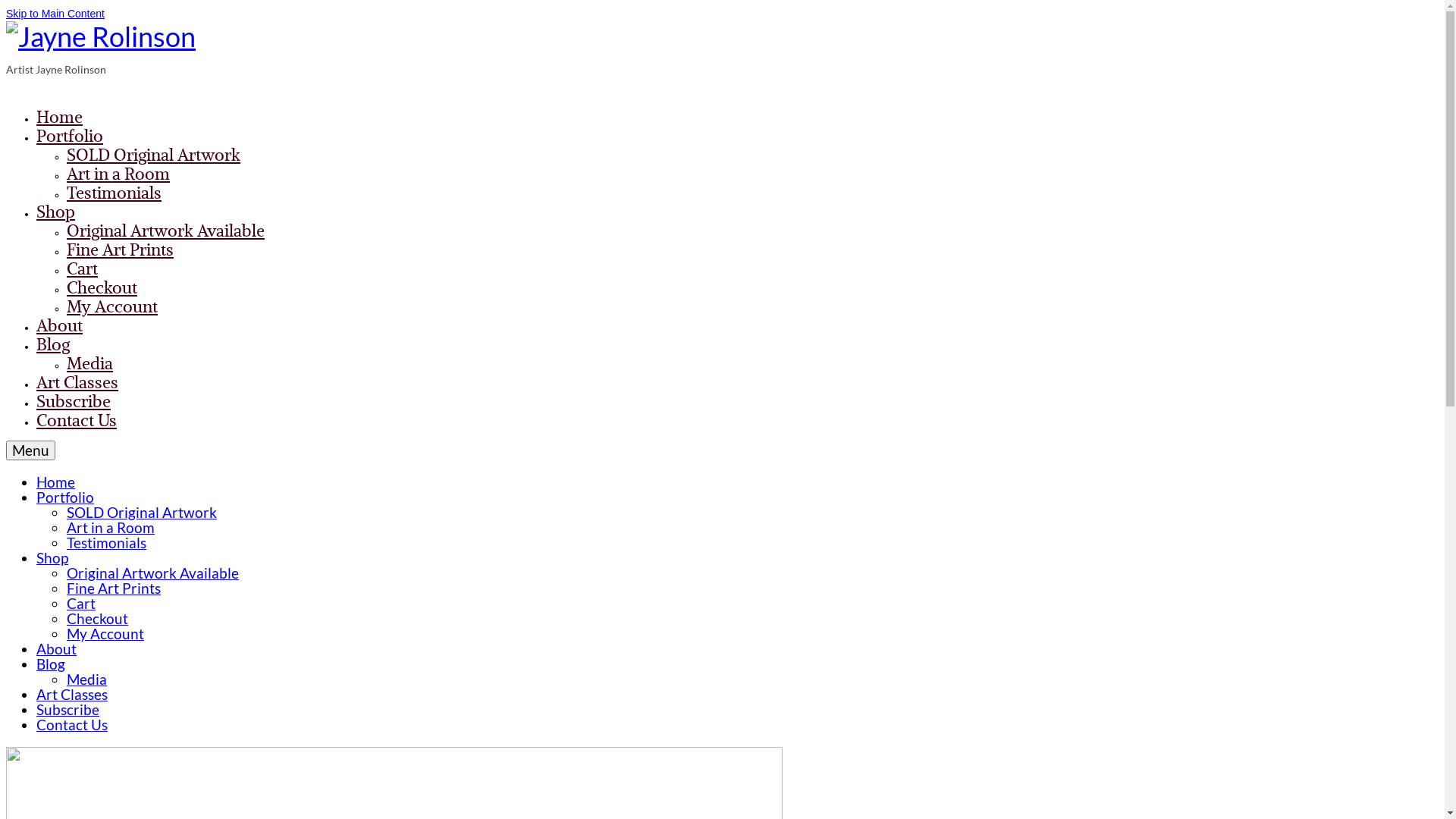 The width and height of the screenshot is (1456, 819). Describe the element at coordinates (52, 557) in the screenshot. I see `'Shop'` at that location.